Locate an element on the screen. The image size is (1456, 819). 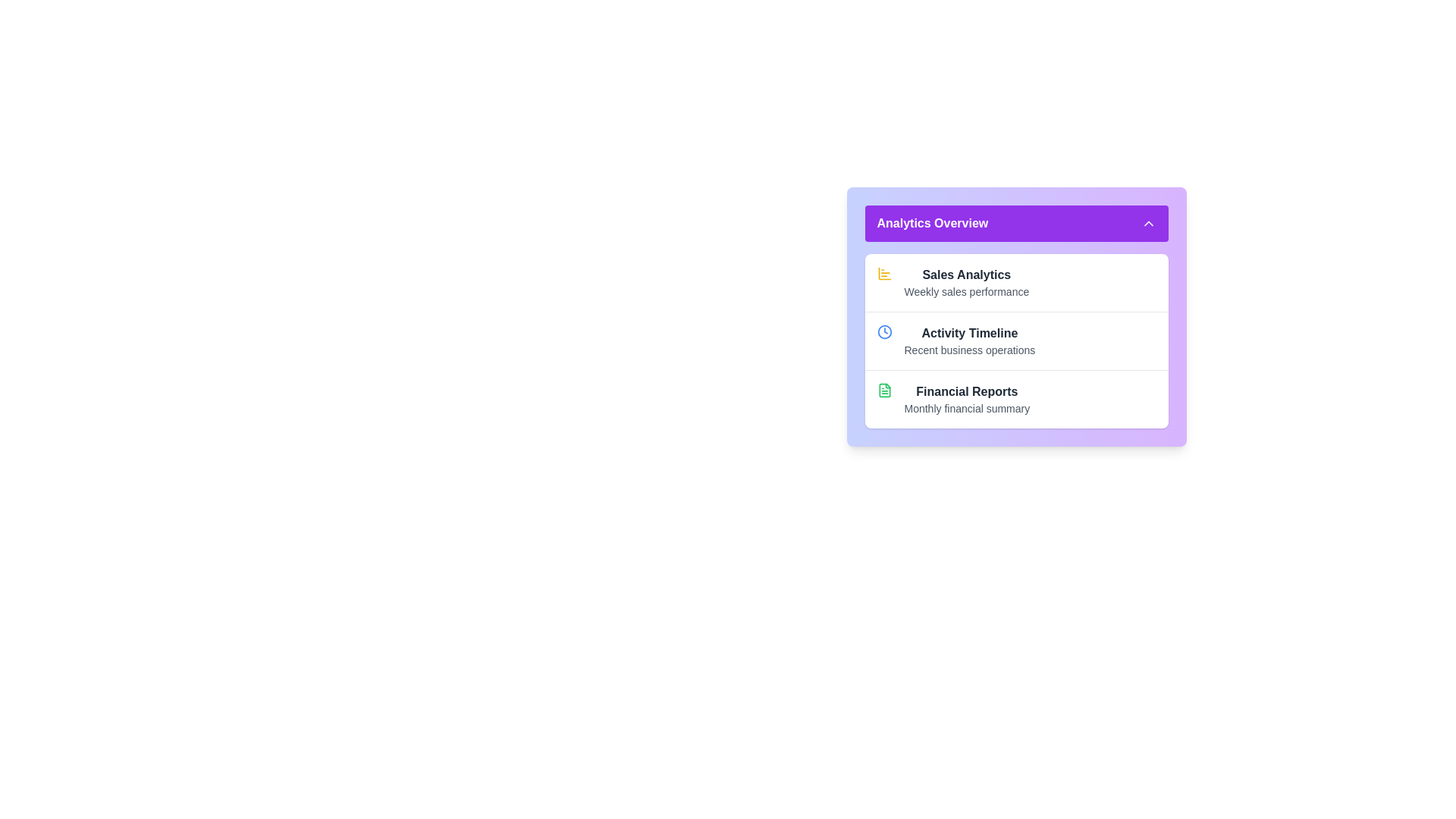
the clock icon representing time tracking in the 'Activity Timeline' section of the 'Analytics Overview' panel is located at coordinates (884, 331).